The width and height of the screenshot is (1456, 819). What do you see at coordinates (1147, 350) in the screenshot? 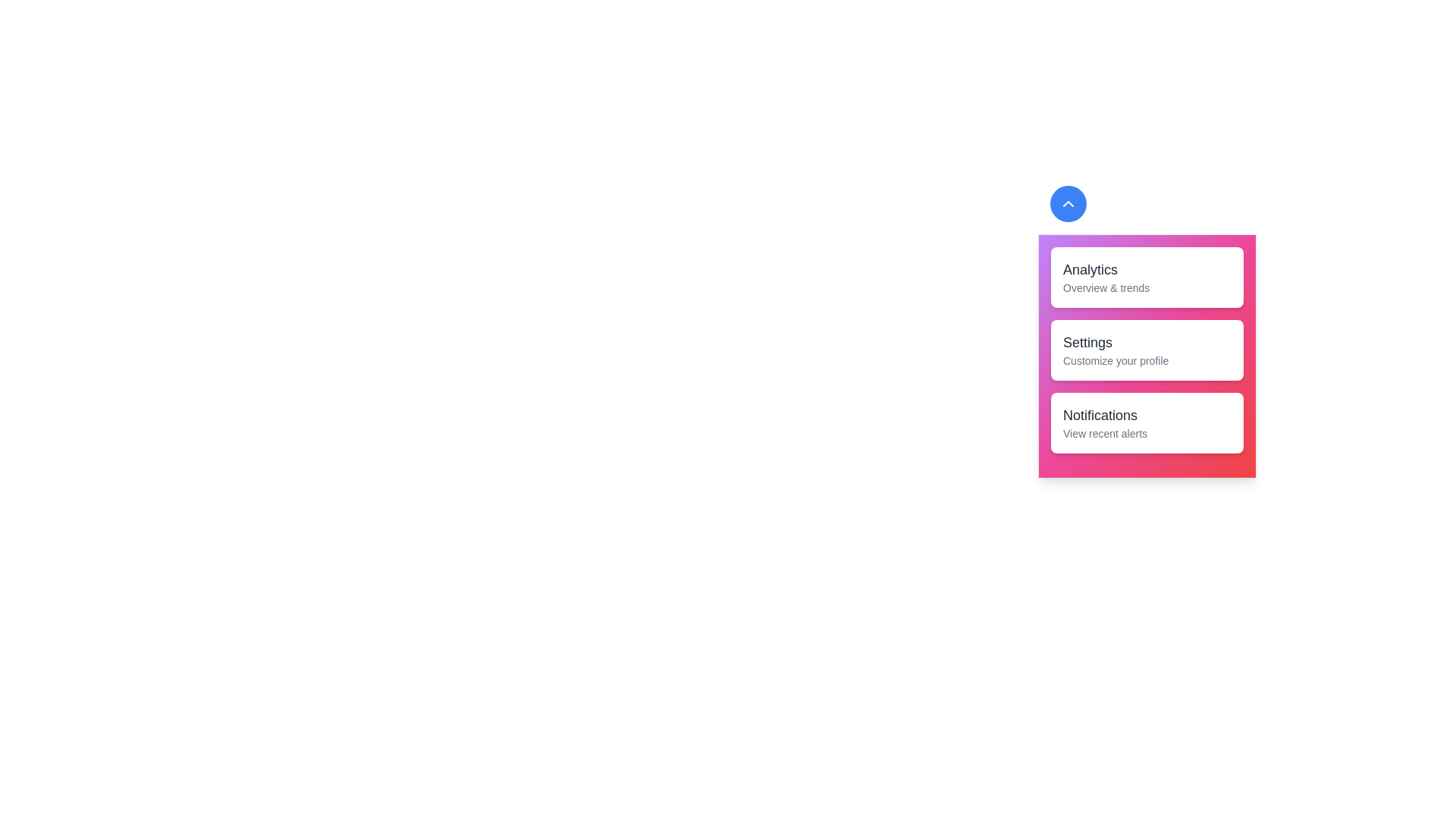
I see `the Settings card in the drawer` at bounding box center [1147, 350].